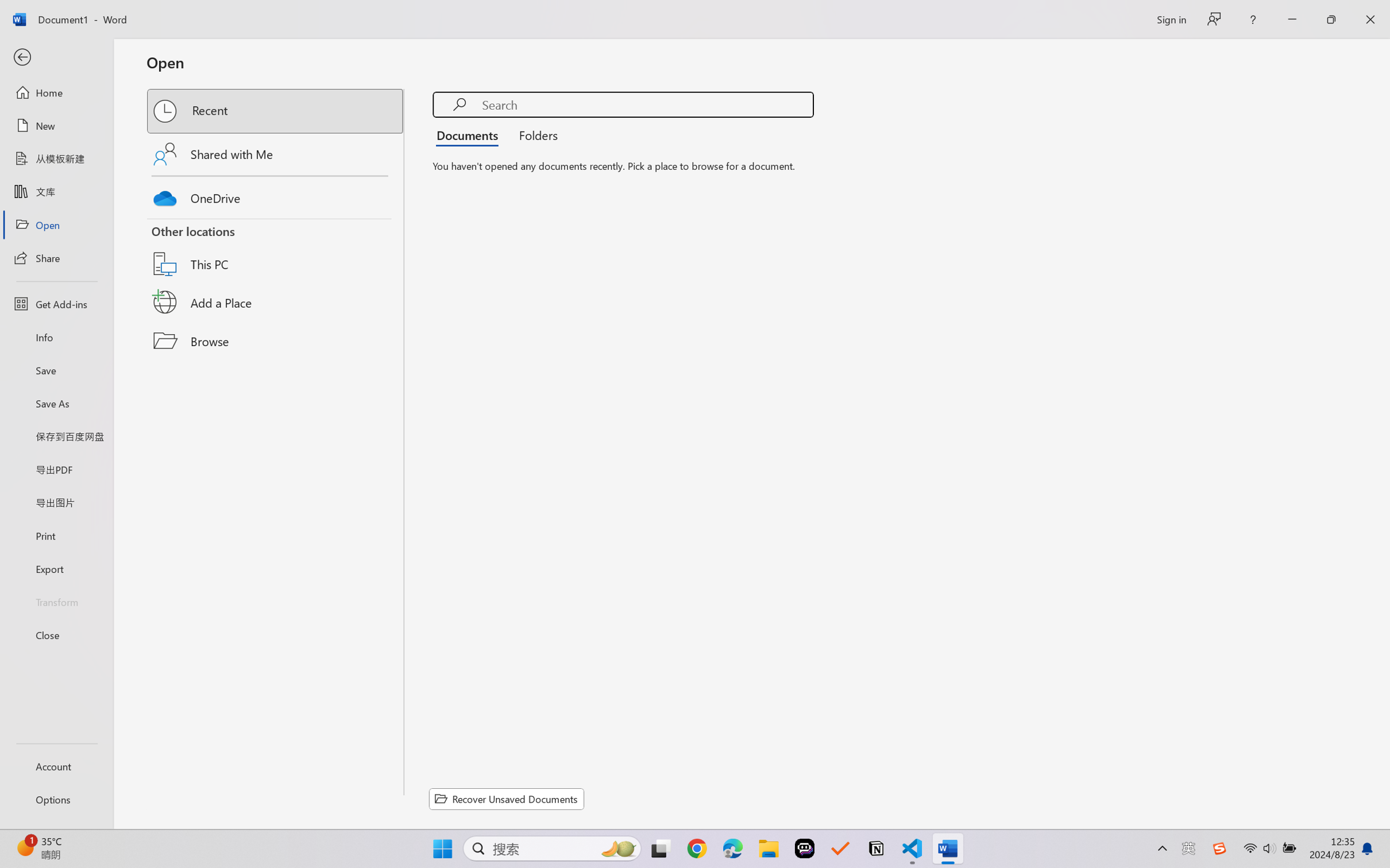 The height and width of the screenshot is (868, 1390). What do you see at coordinates (56, 568) in the screenshot?
I see `'Export'` at bounding box center [56, 568].